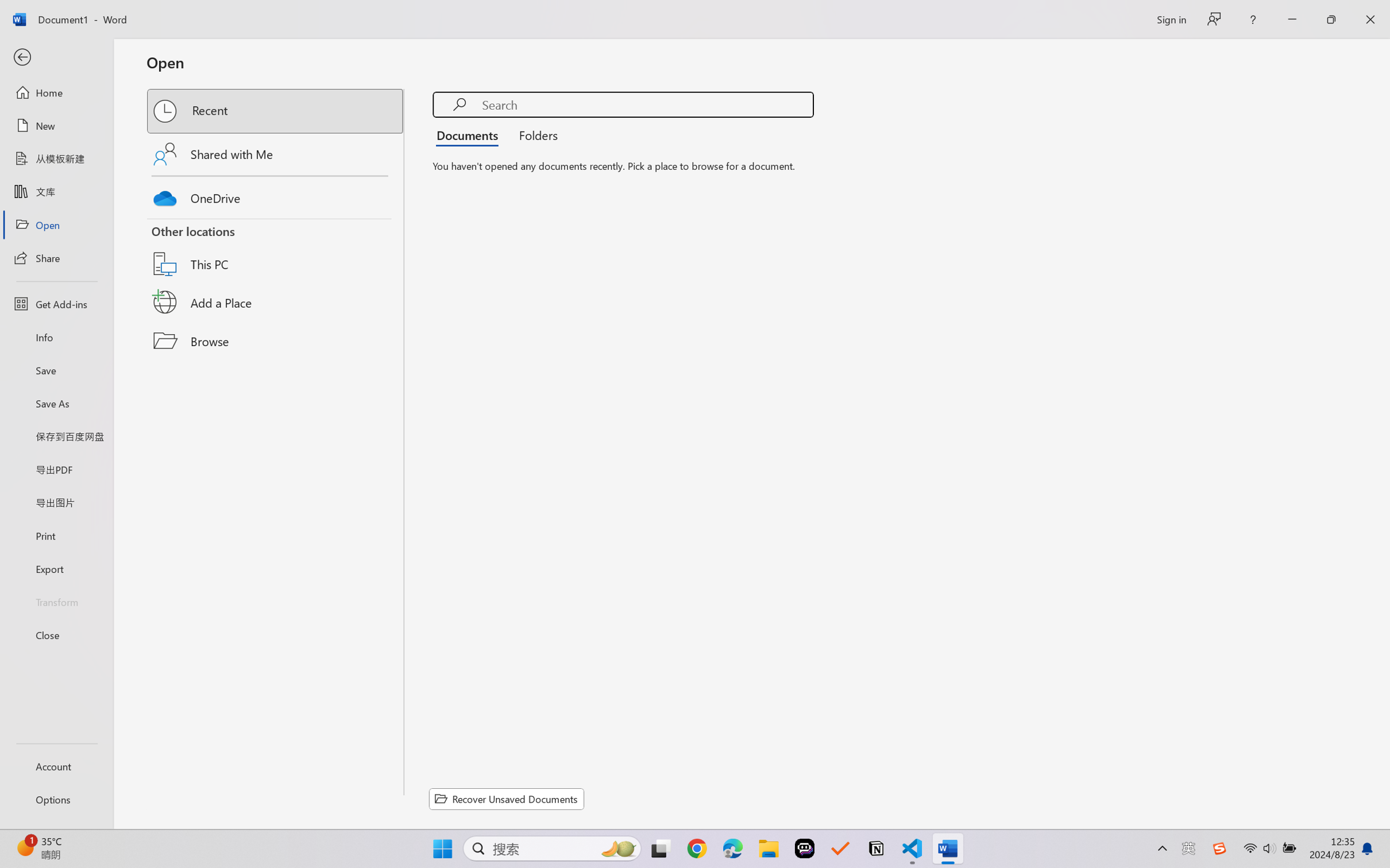 The height and width of the screenshot is (868, 1390). What do you see at coordinates (56, 568) in the screenshot?
I see `'Export'` at bounding box center [56, 568].